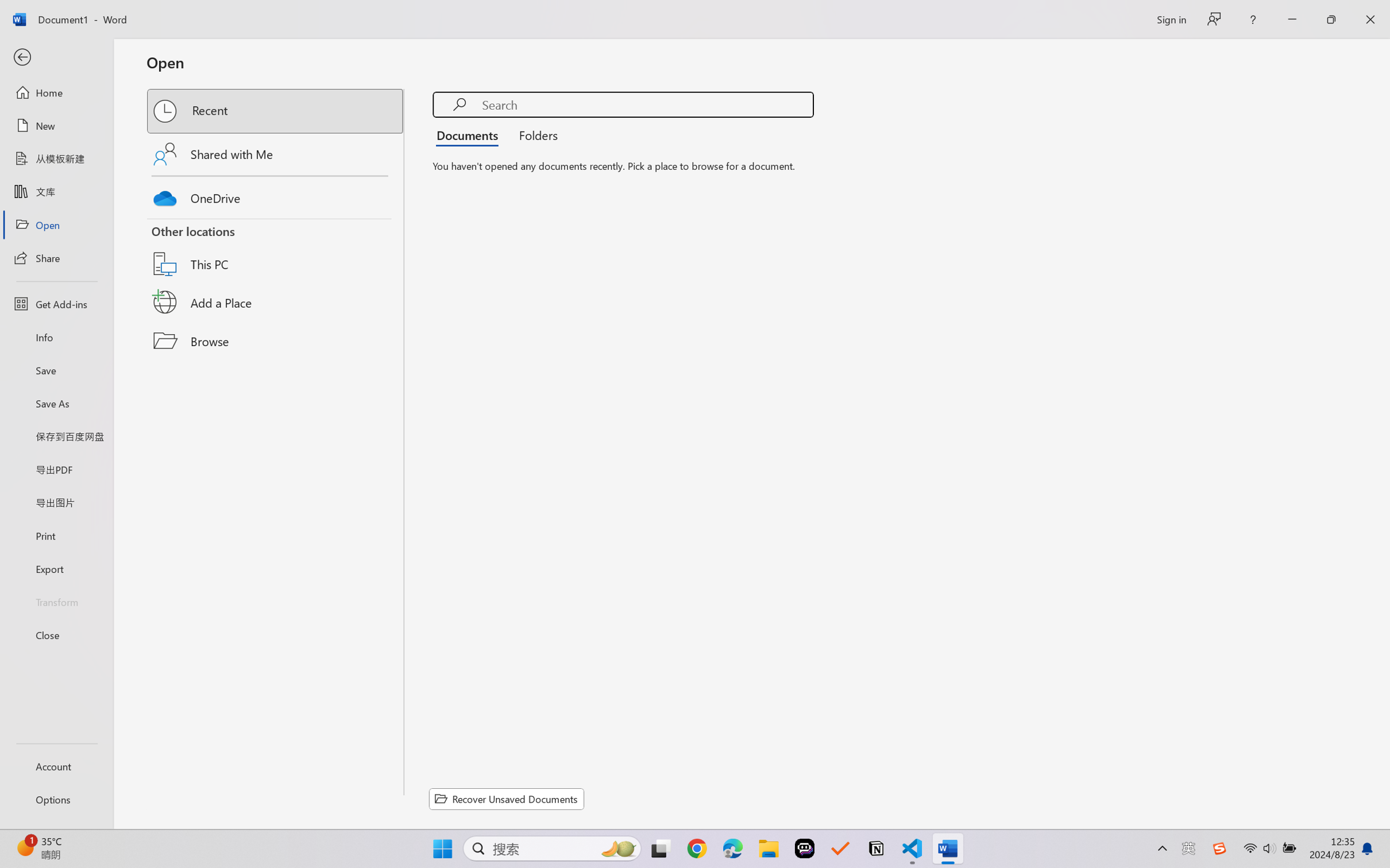 The height and width of the screenshot is (868, 1390). What do you see at coordinates (56, 568) in the screenshot?
I see `'Export'` at bounding box center [56, 568].